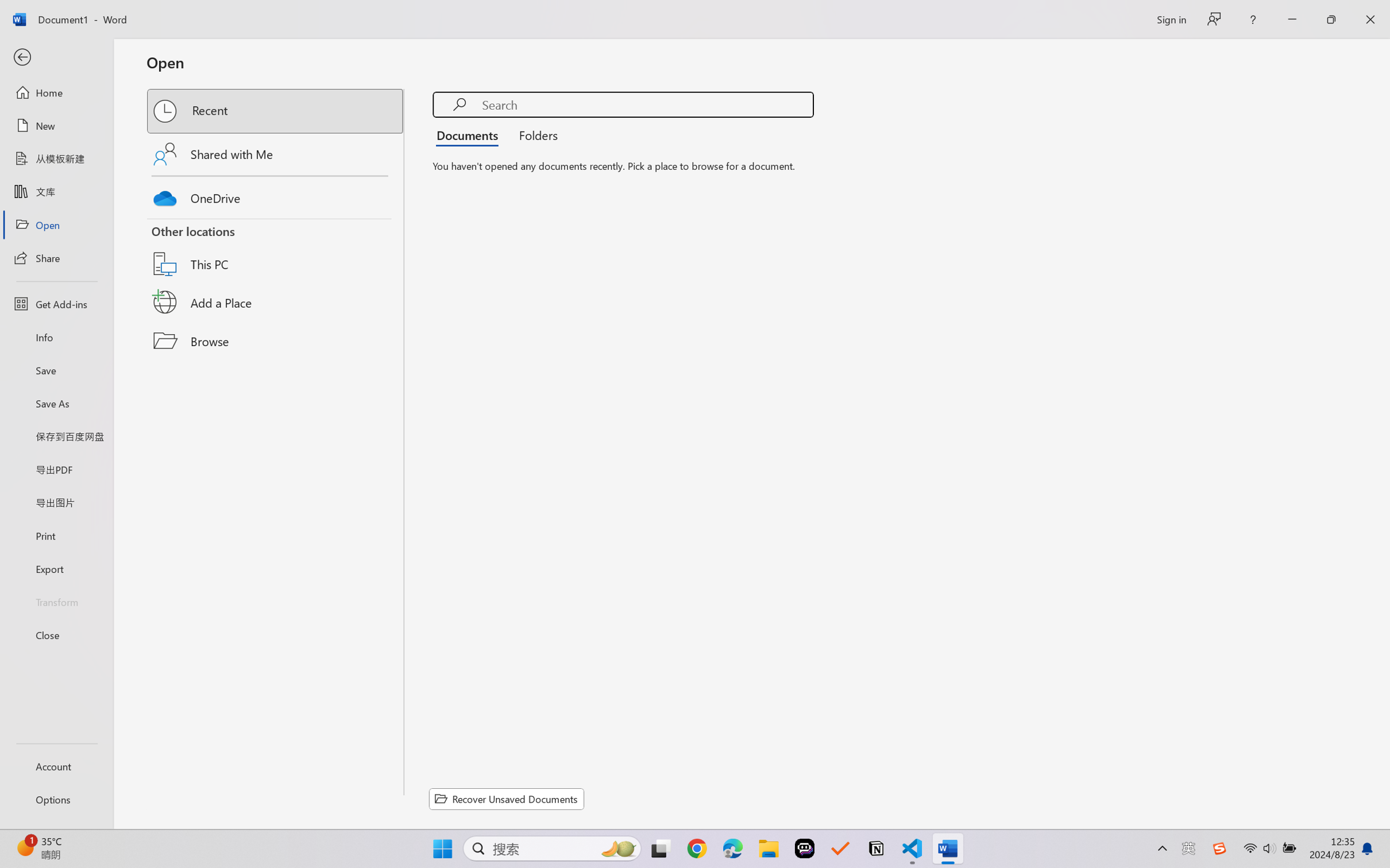 The height and width of the screenshot is (868, 1390). What do you see at coordinates (56, 568) in the screenshot?
I see `'Export'` at bounding box center [56, 568].